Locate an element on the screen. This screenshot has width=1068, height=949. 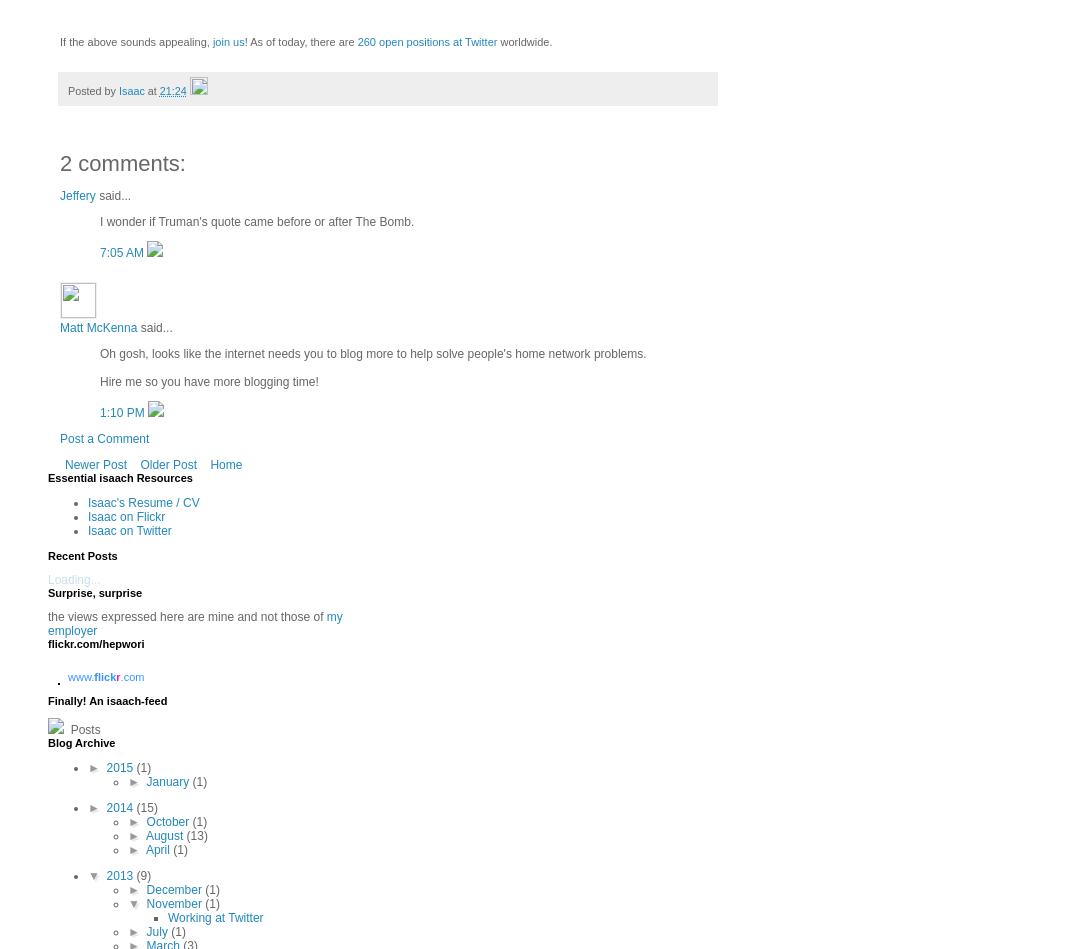
'Newer Post' is located at coordinates (95, 463).